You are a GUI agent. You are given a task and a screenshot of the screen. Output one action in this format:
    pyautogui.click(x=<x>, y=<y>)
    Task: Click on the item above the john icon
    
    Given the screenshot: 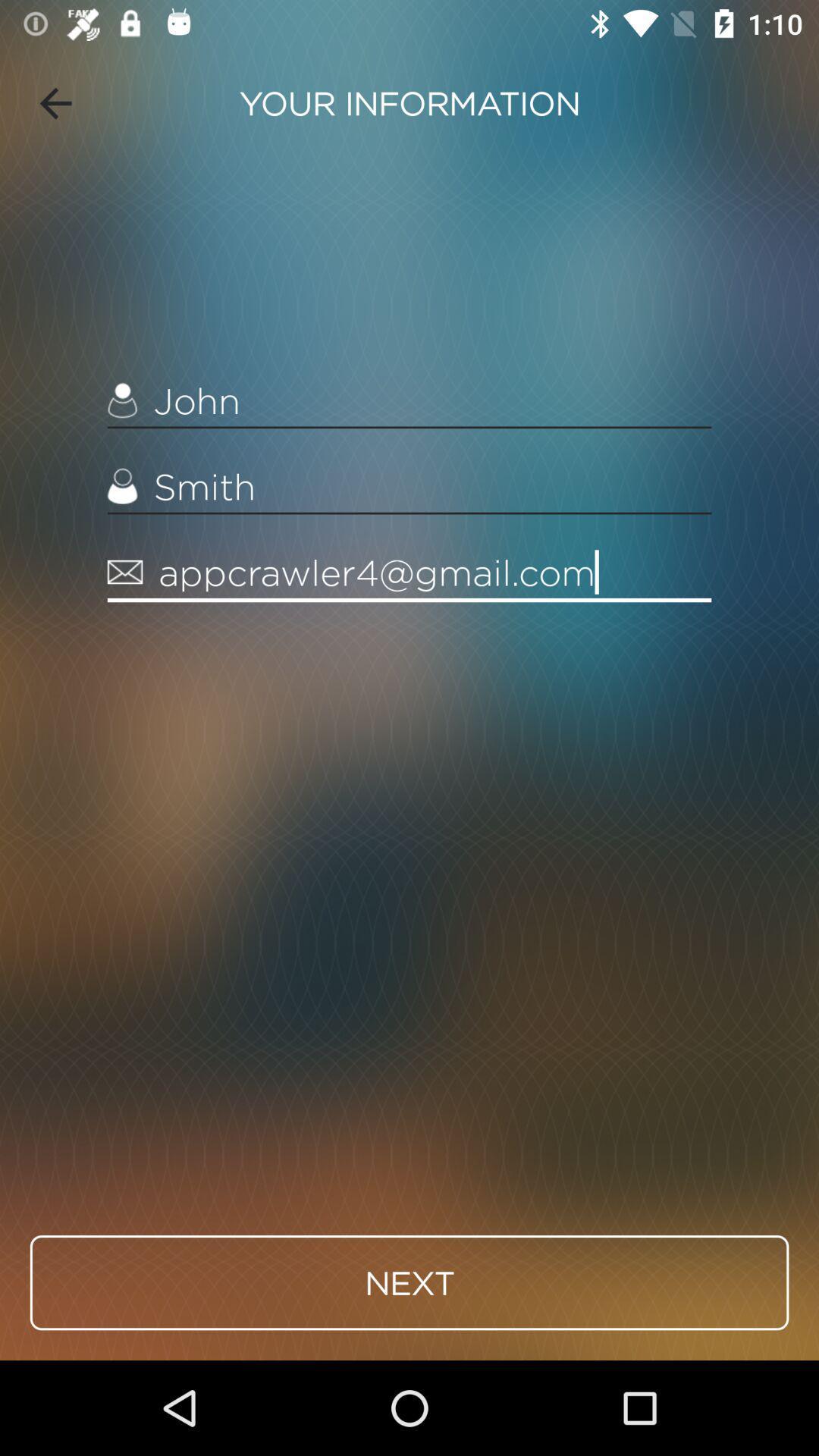 What is the action you would take?
    pyautogui.click(x=55, y=102)
    